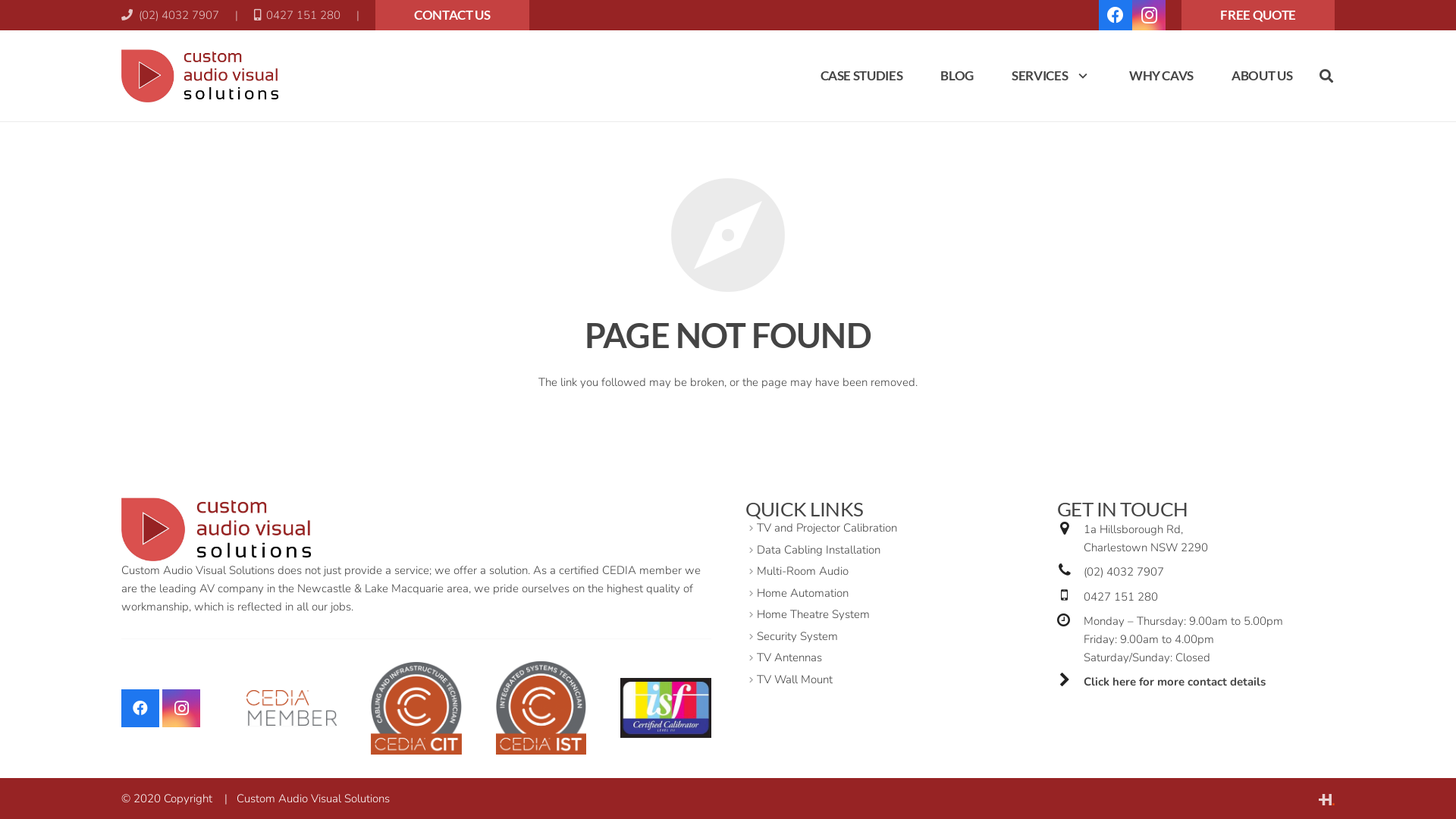 The width and height of the screenshot is (1456, 819). Describe the element at coordinates (757, 550) in the screenshot. I see `'Data Cabling Installation'` at that location.